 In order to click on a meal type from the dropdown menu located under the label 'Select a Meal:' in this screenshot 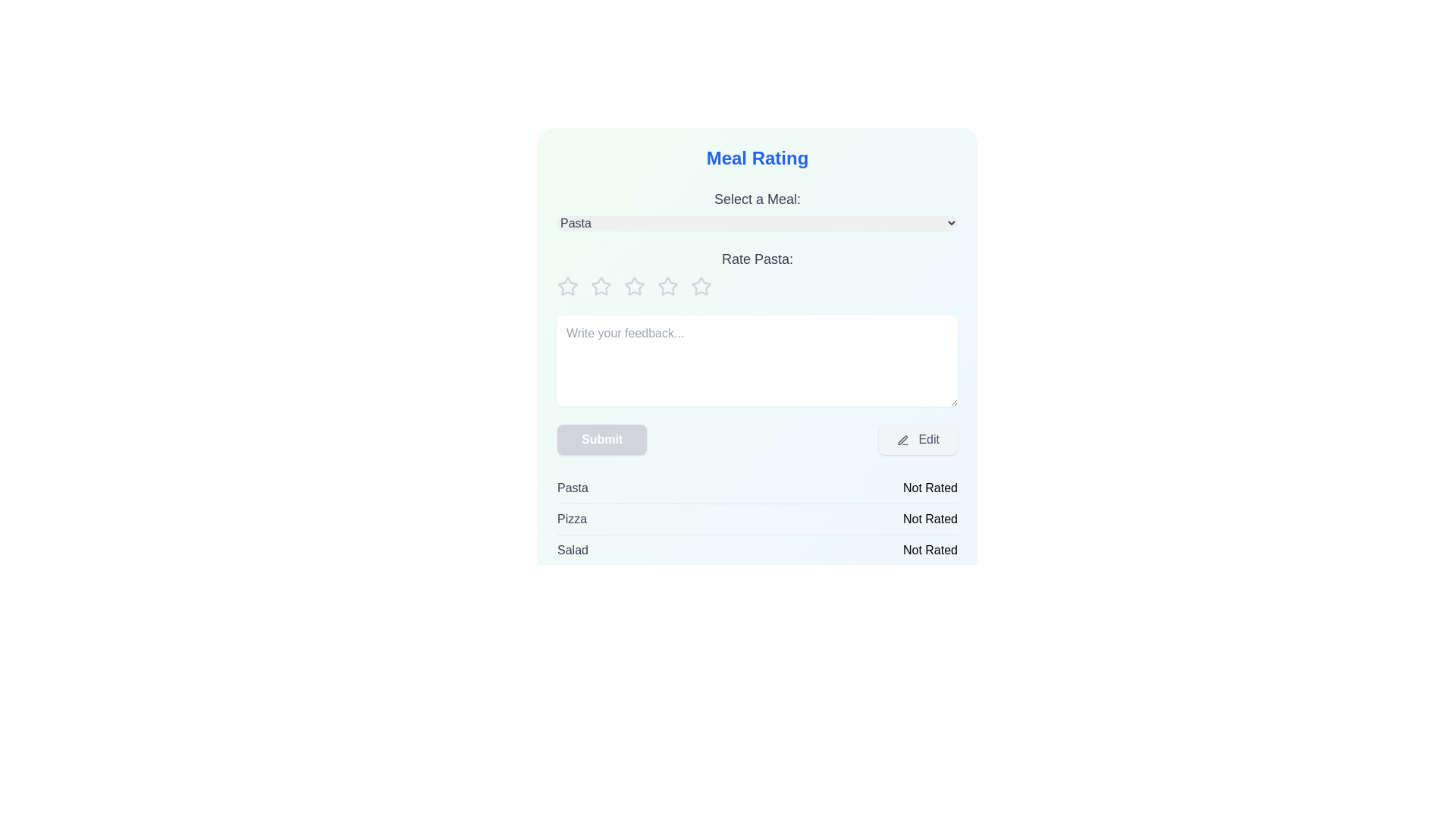, I will do `click(757, 222)`.